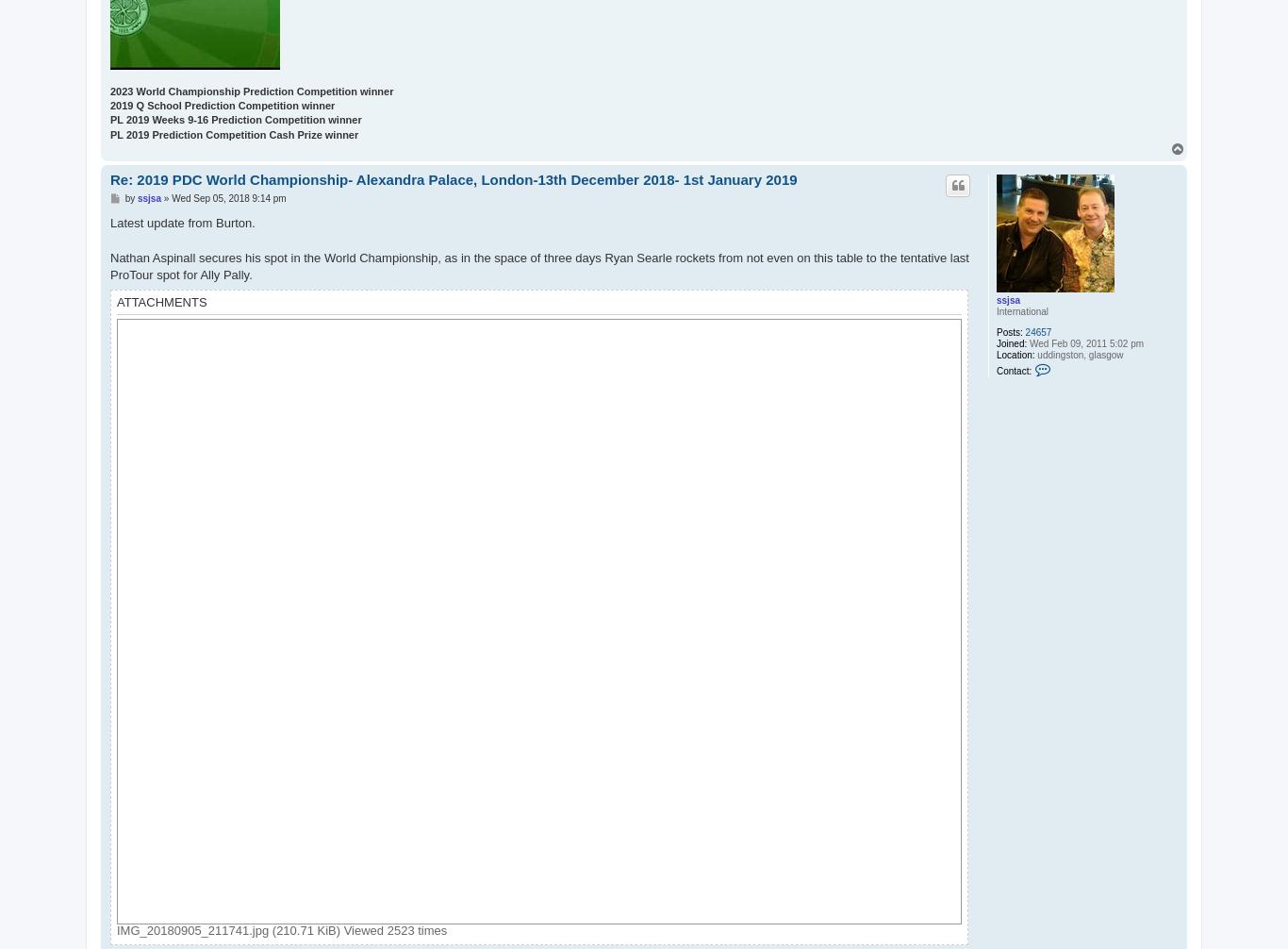  Describe the element at coordinates (1079, 354) in the screenshot. I see `'uddingston, glasgow'` at that location.